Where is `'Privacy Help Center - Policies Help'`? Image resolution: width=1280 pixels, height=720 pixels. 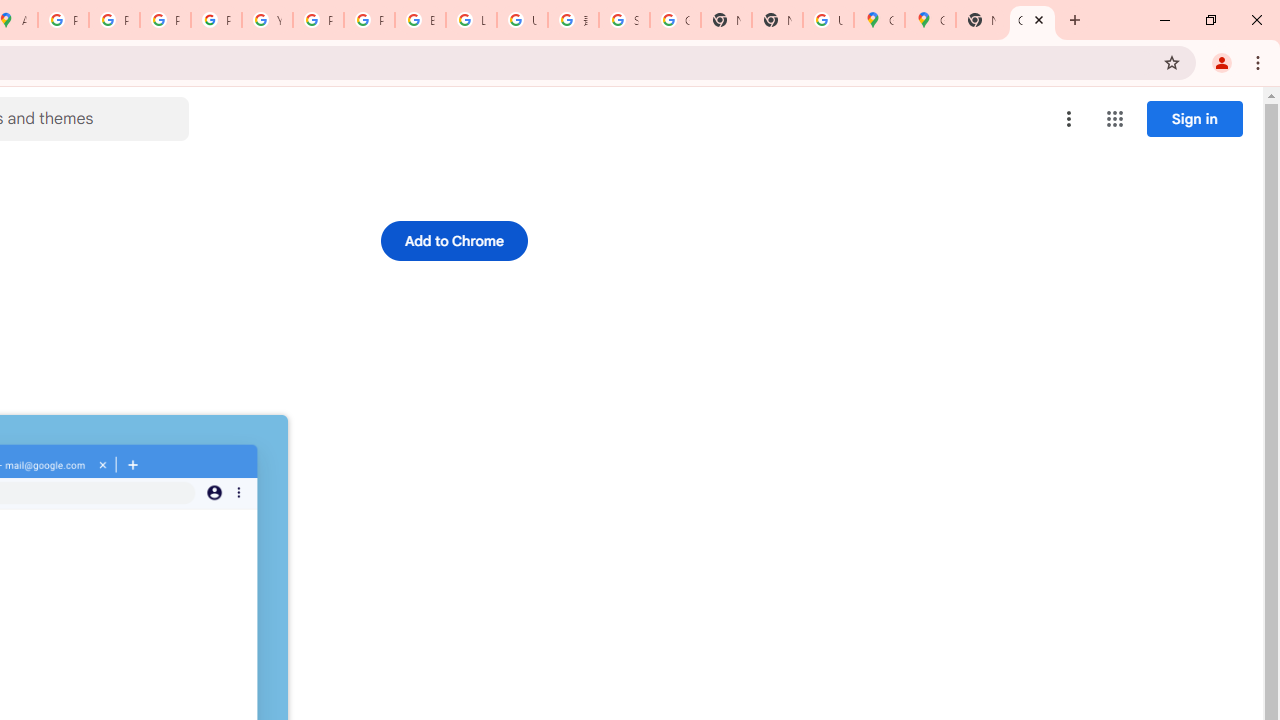
'Privacy Help Center - Policies Help' is located at coordinates (165, 20).